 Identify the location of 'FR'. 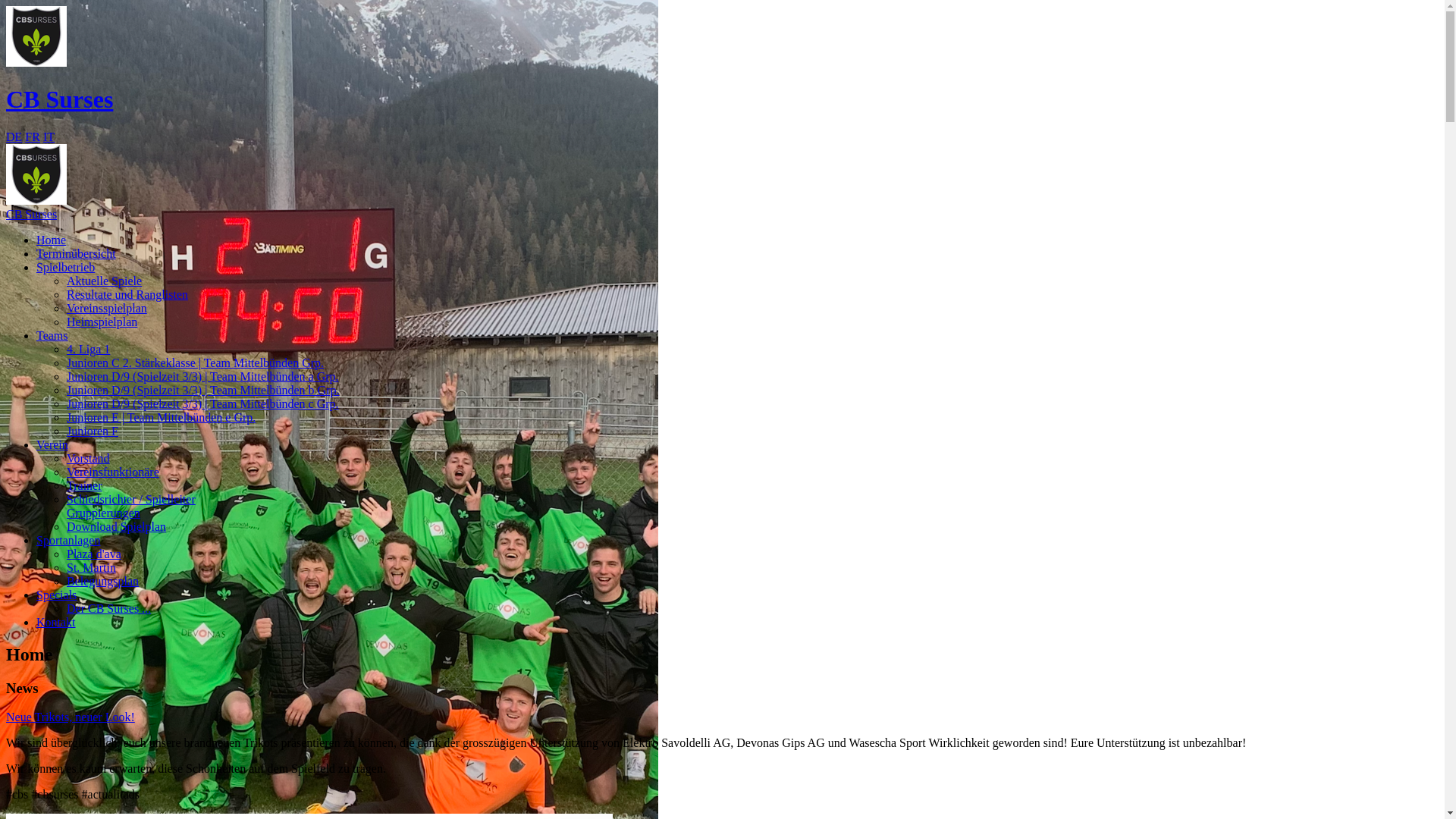
(33, 136).